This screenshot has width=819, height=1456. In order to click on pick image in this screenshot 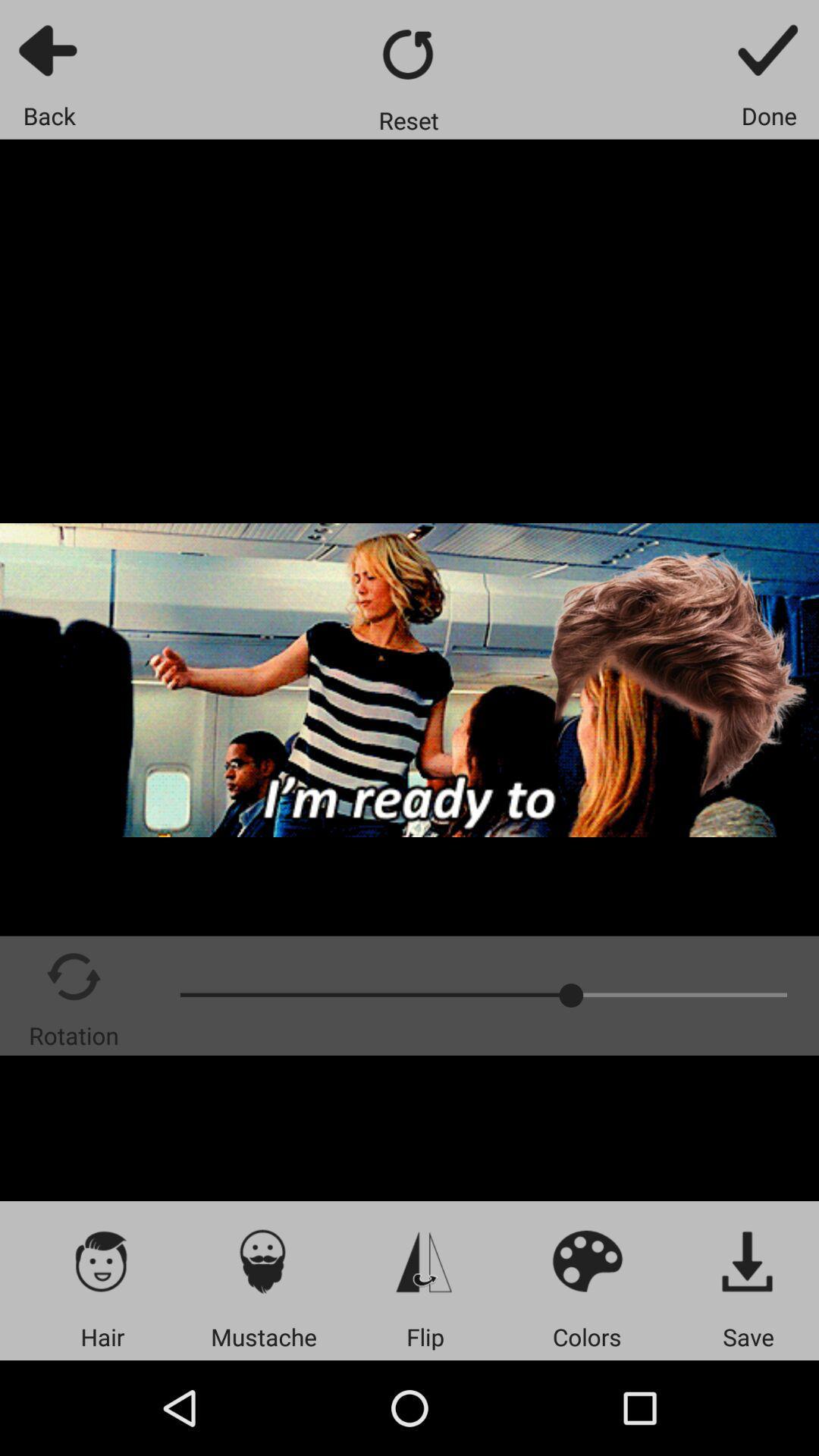, I will do `click(102, 1260)`.